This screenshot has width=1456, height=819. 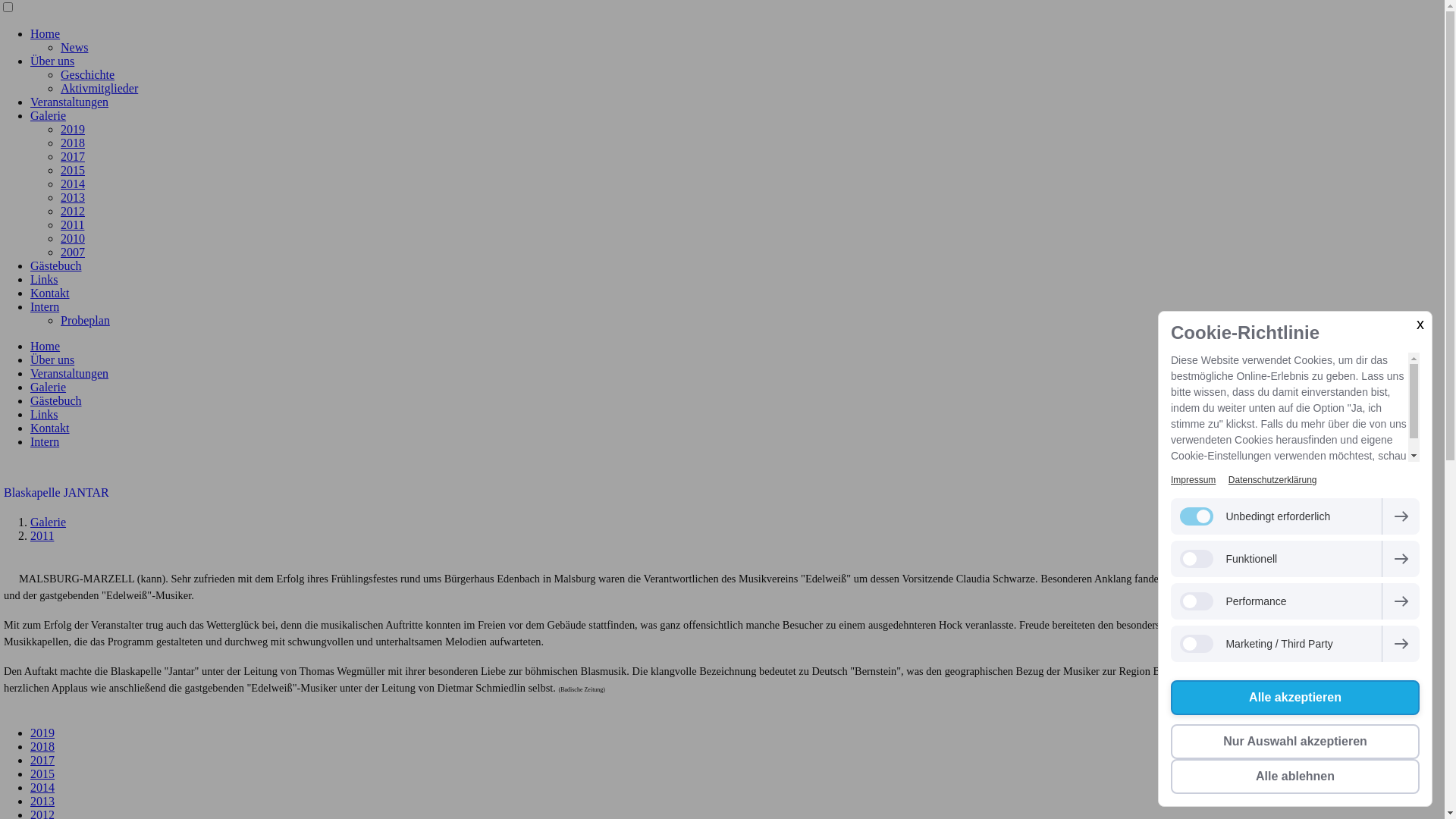 I want to click on 'Links', so click(x=30, y=414).